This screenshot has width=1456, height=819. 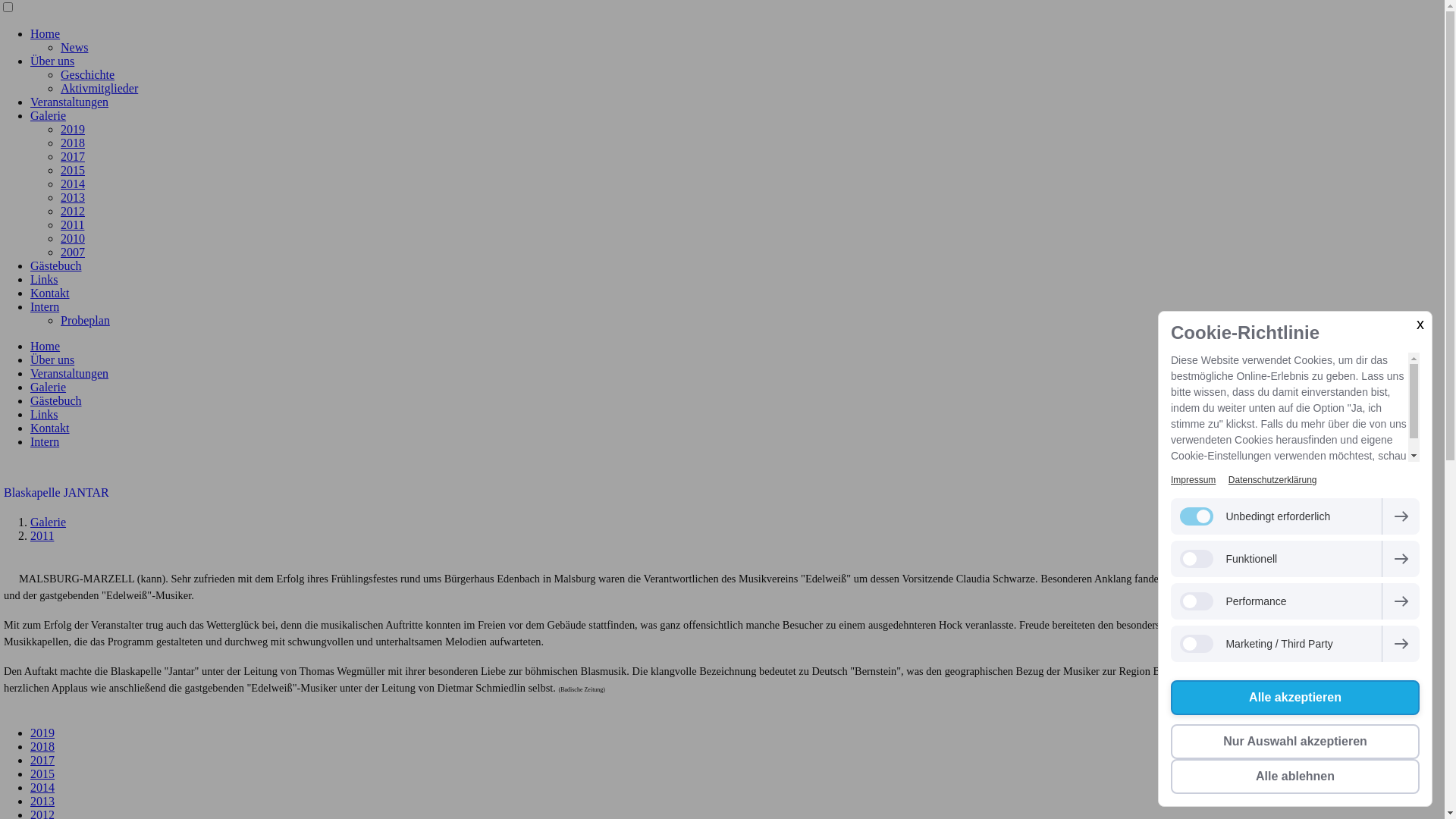 I want to click on 'Links', so click(x=30, y=414).